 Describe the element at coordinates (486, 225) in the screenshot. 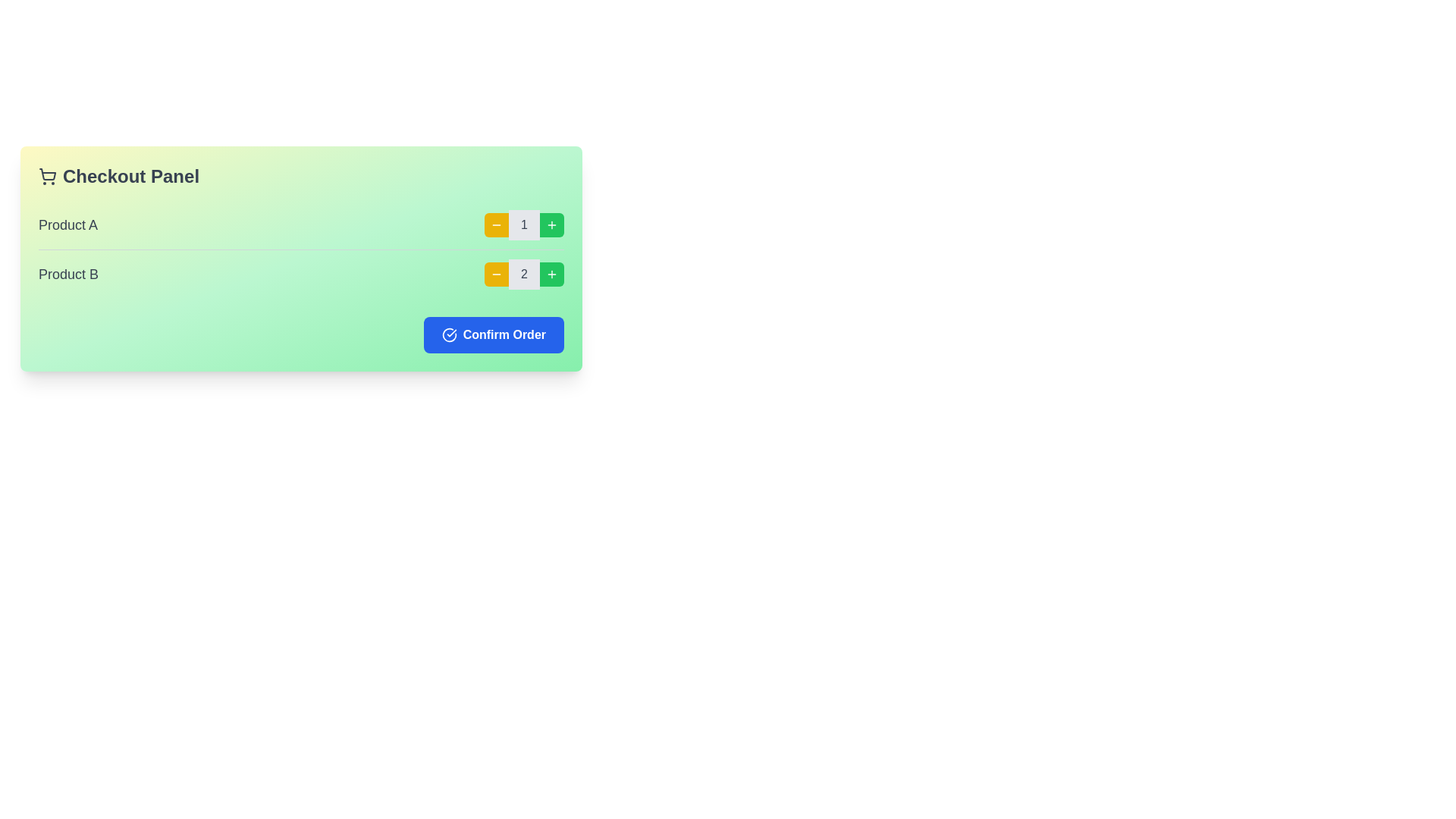

I see `the adjacent yellow minus button on the left and the green plus button on the right of the non-editable numerical display to change its value` at that location.